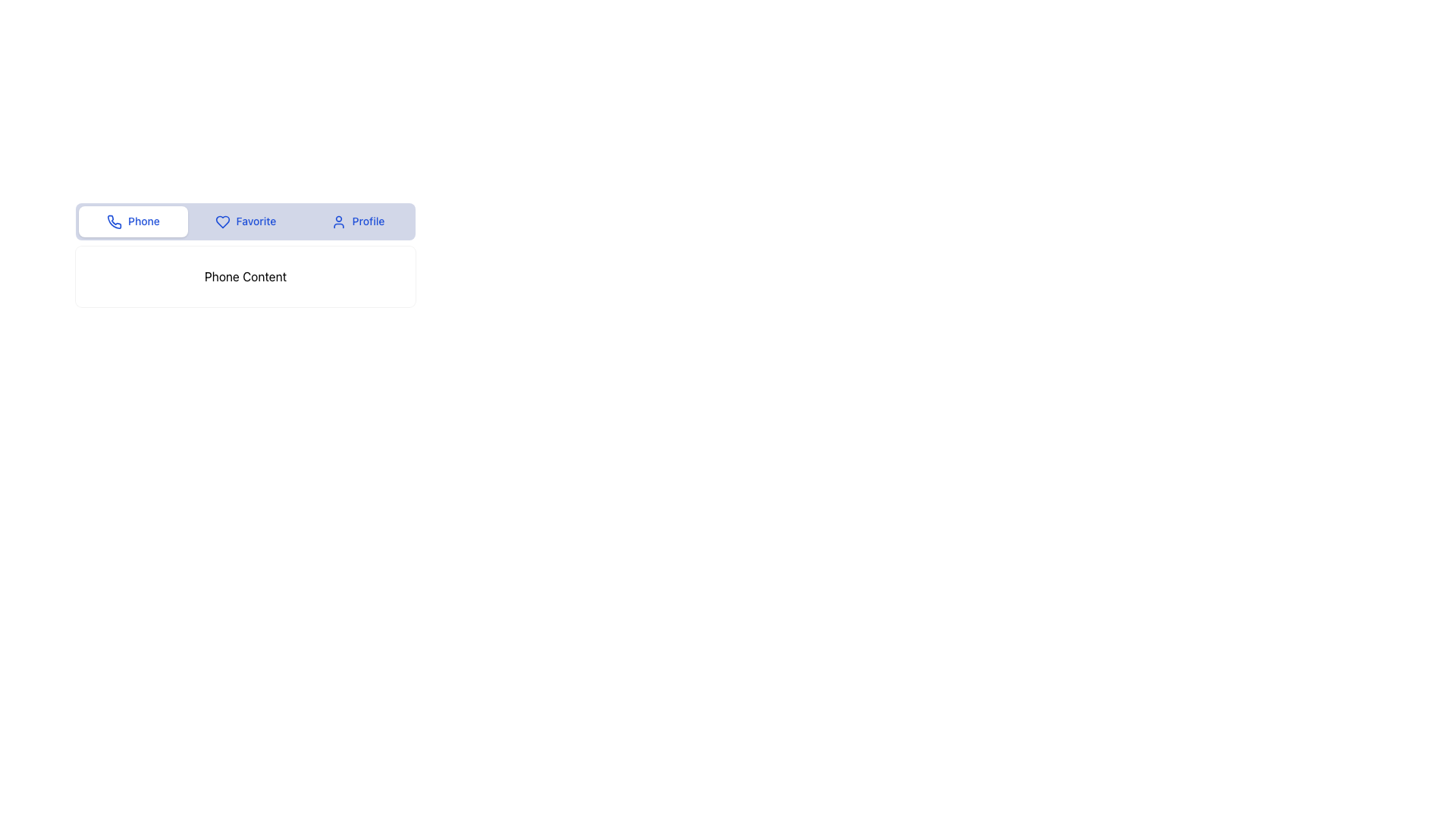 The image size is (1456, 819). Describe the element at coordinates (133, 221) in the screenshot. I see `the 'Phone' tab button, which is the first tab in the horizontal tab list at the top-left corner` at that location.